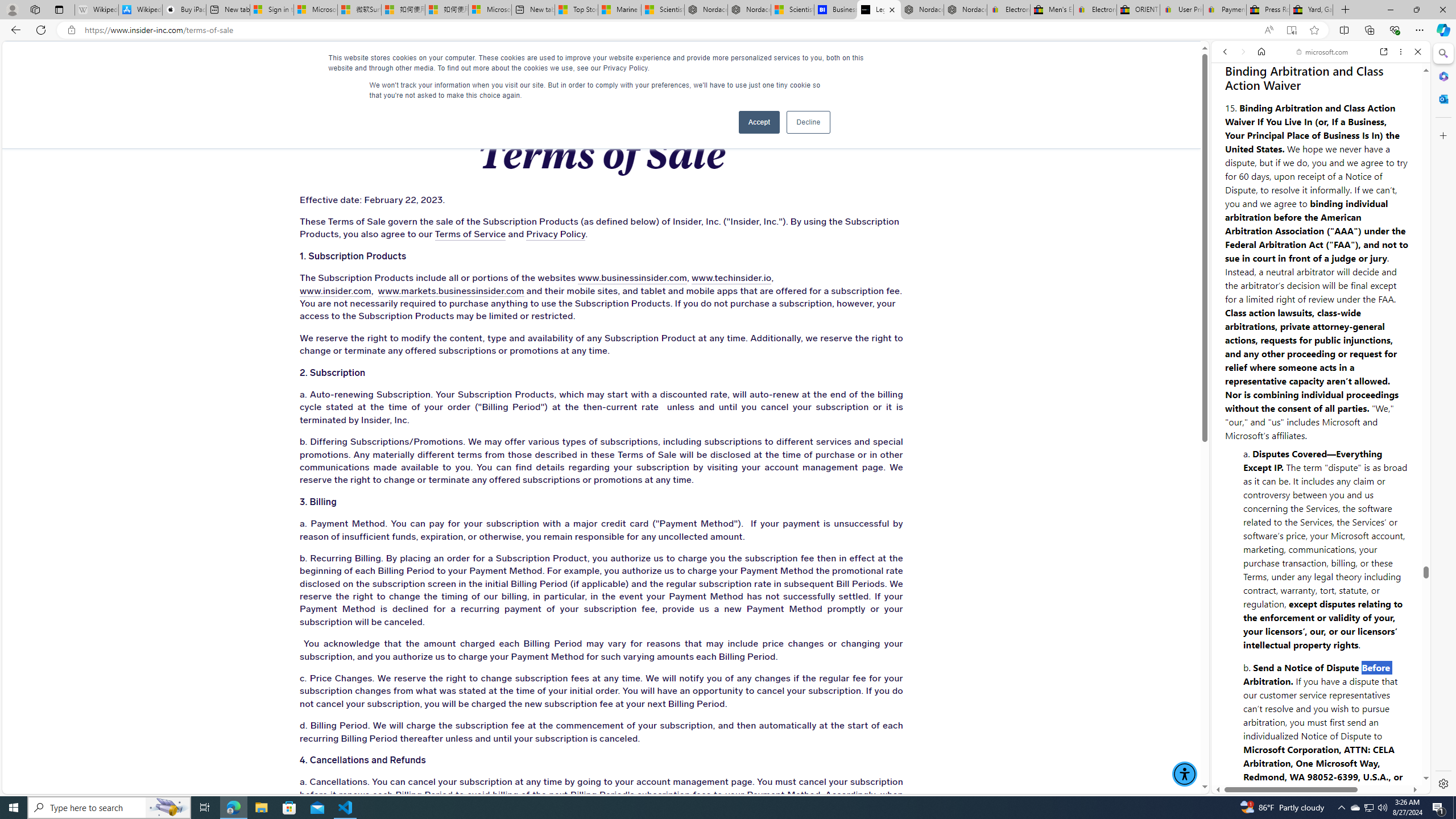 The width and height of the screenshot is (1456, 819). Describe the element at coordinates (807, 122) in the screenshot. I see `'Decline'` at that location.